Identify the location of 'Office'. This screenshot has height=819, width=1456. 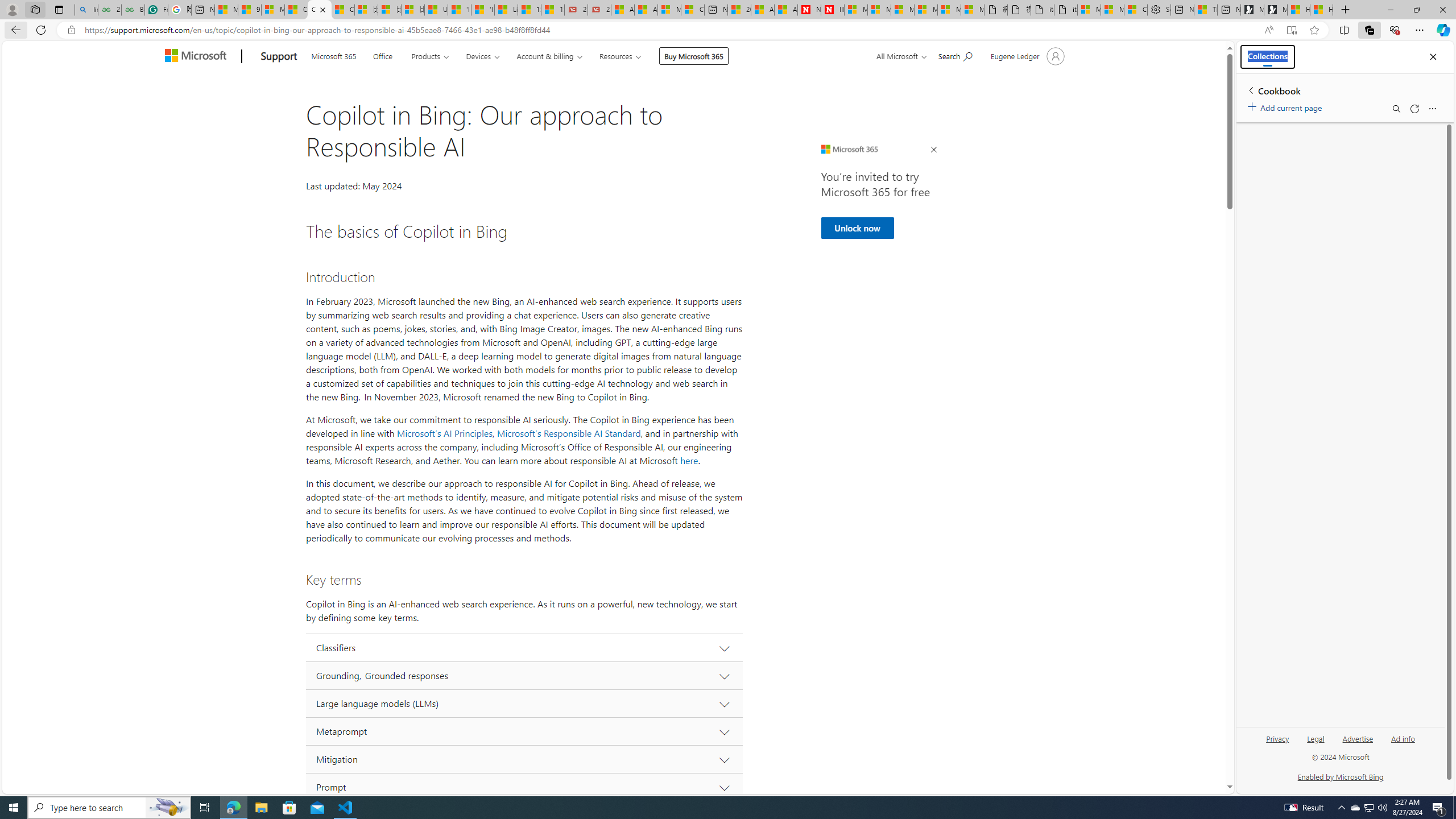
(382, 55).